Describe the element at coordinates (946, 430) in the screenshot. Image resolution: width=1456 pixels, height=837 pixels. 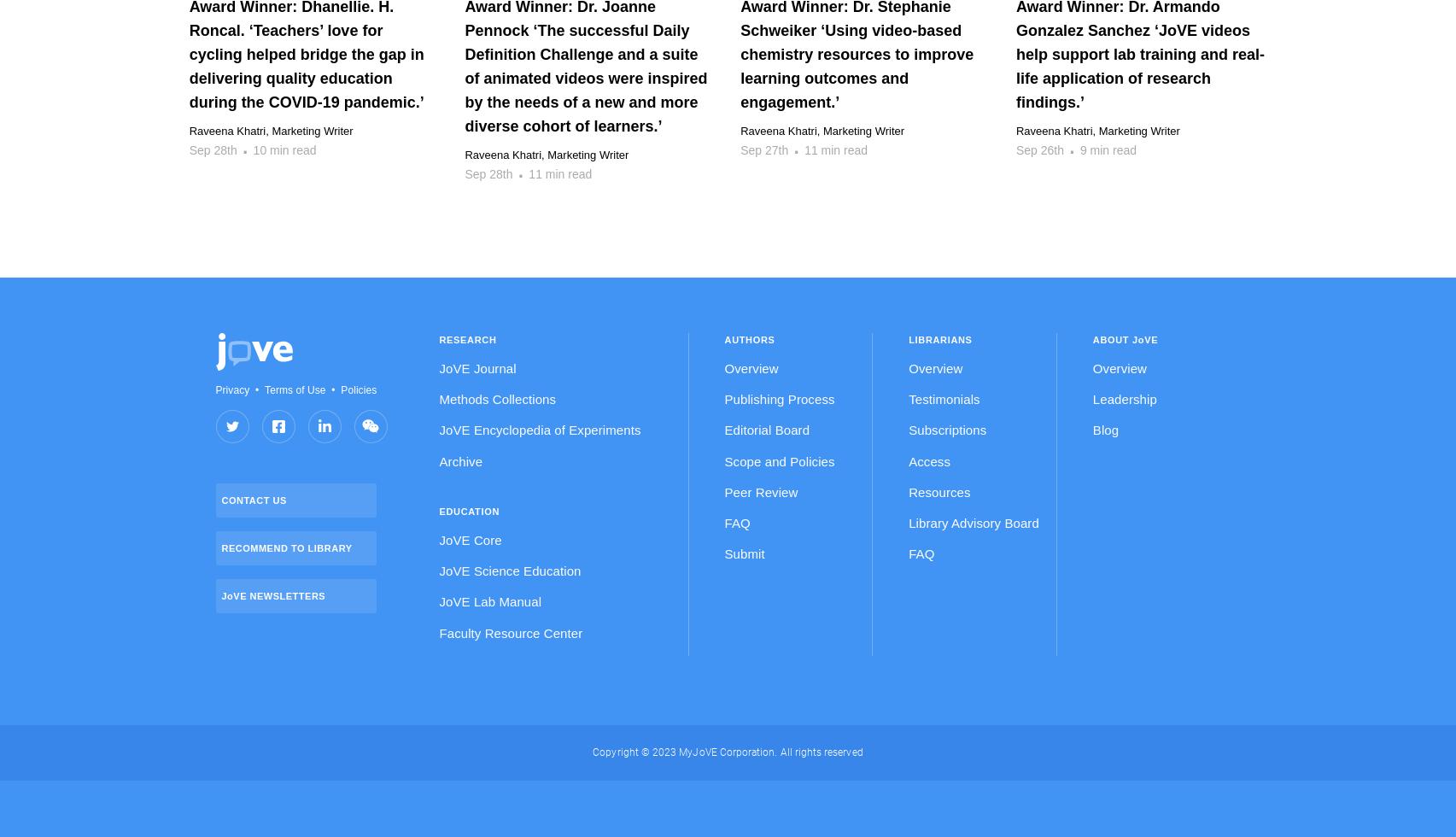
I see `'Subscriptions'` at that location.